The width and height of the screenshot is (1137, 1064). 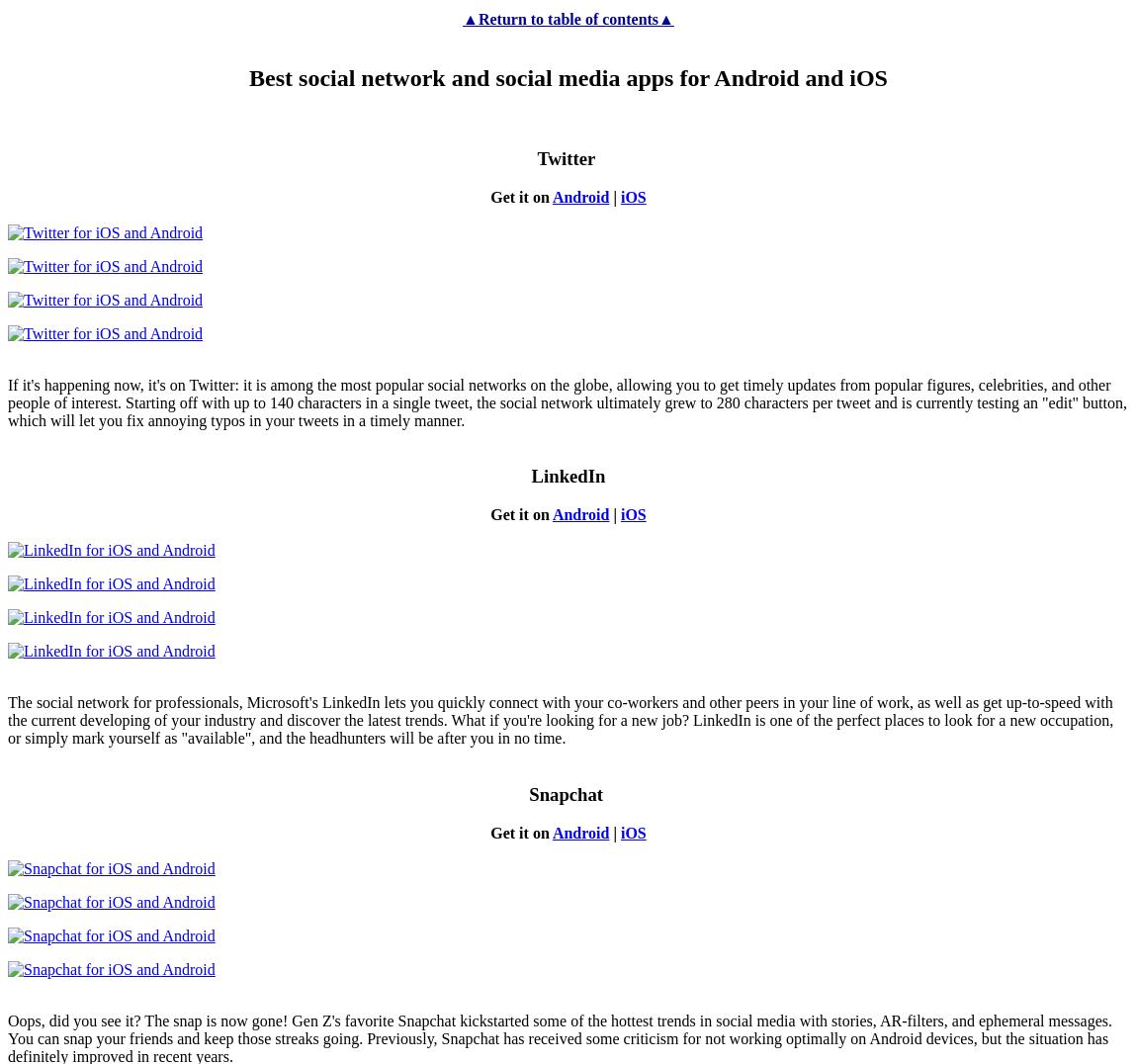 I want to click on 'If it's happening now, it's on Twitter: it is among the most popular social networks on the globe, allowing you to get timely updates from popular figures, celebrities, and other people of interest. Starting off with up to 140 characters in a single tweet, the social network ultimately grew to 280 characters per tweet and is currently testing an "edit" button, which will let you fix annoying typos in your tweets in a timely manner.', so click(x=567, y=401).